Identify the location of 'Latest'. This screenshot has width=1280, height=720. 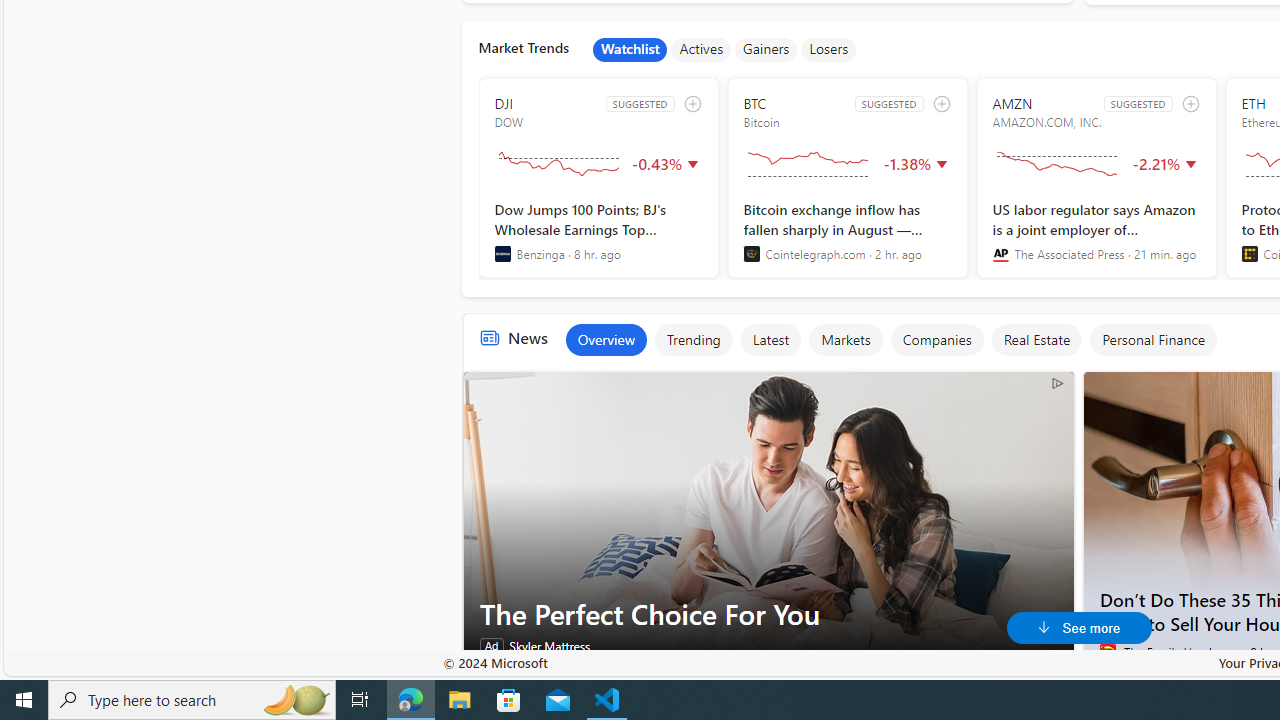
(769, 338).